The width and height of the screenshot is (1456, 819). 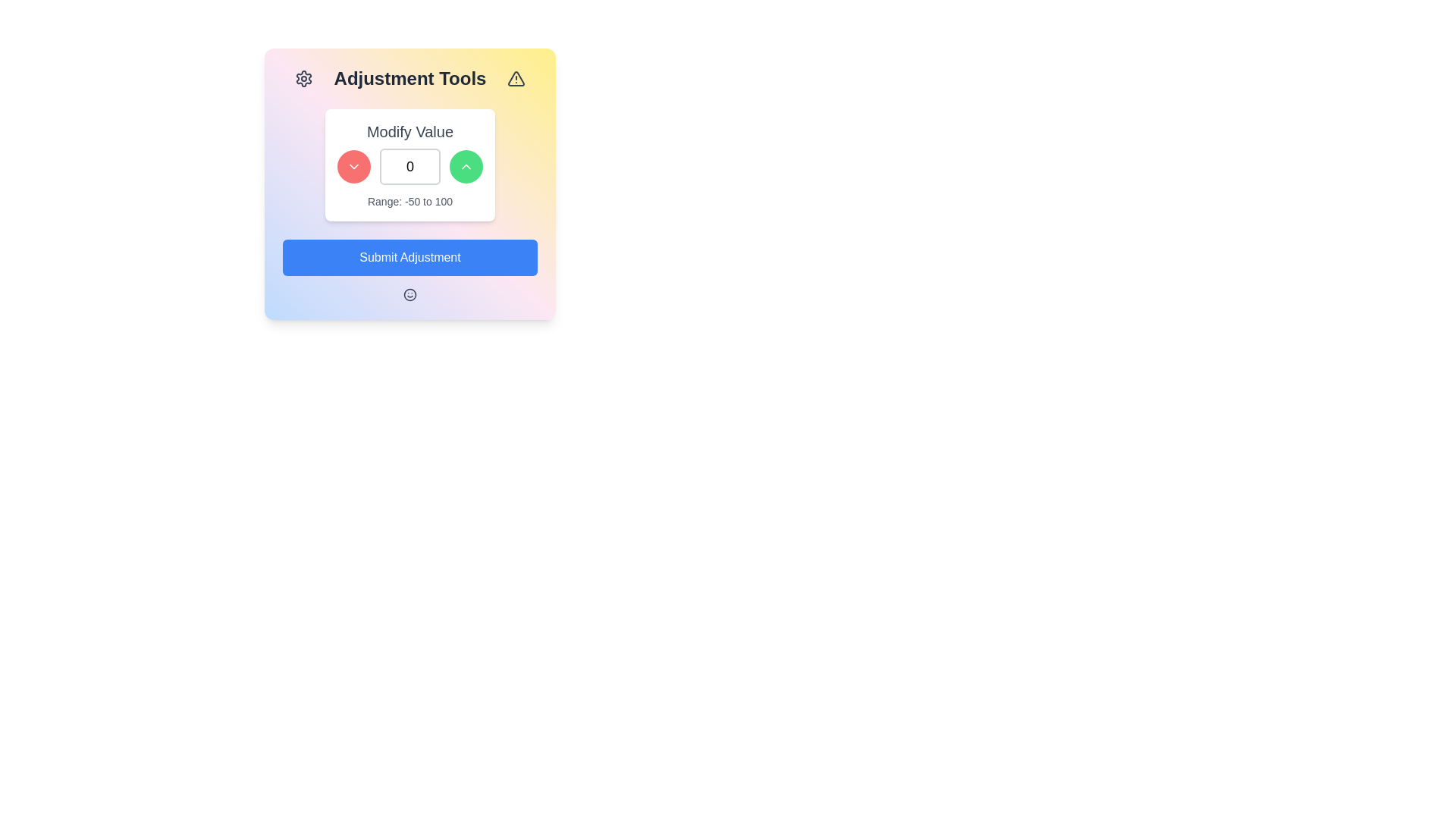 What do you see at coordinates (353, 166) in the screenshot?
I see `the prominent circular button with a red background and a white arrow icon pointing downward, located on the left side of the value display field under the label 'Modify Value'` at bounding box center [353, 166].